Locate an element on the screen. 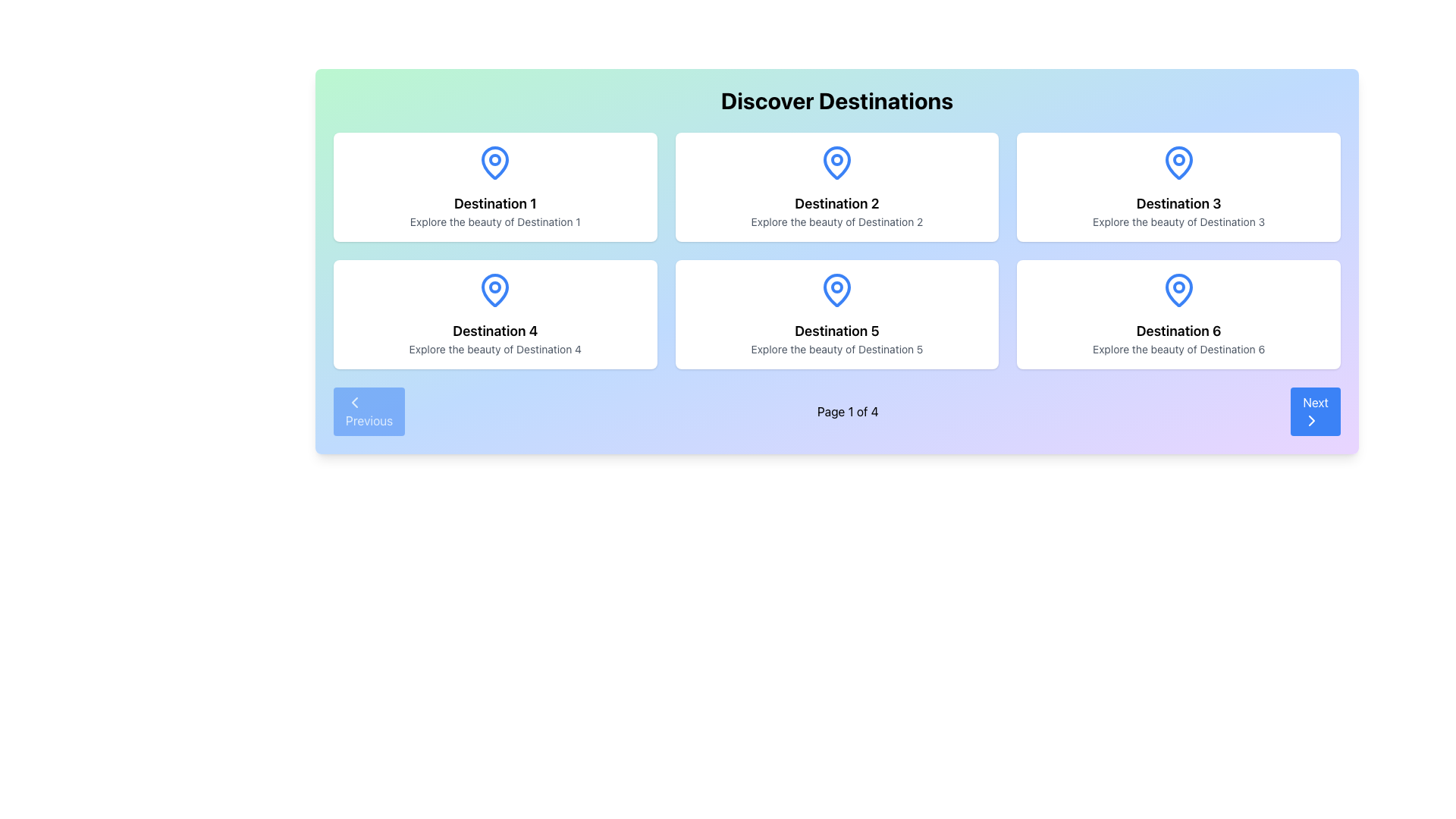 Image resolution: width=1456 pixels, height=819 pixels. the visual representation of the location by focusing on the map pin icon located at the upper center of the card for 'Destination 3' is located at coordinates (1178, 163).